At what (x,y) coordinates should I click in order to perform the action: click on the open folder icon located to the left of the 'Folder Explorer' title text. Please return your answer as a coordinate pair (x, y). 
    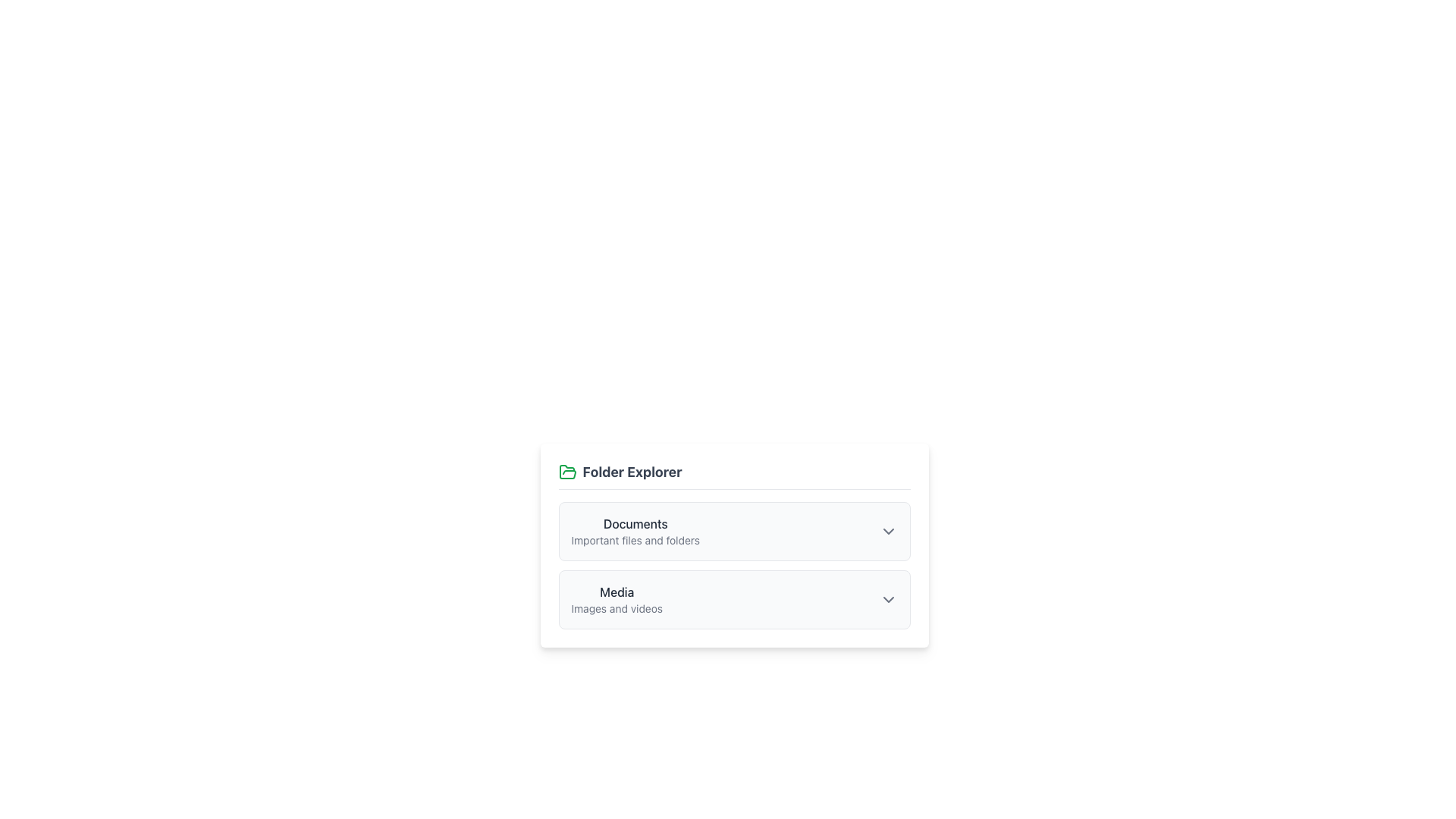
    Looking at the image, I should click on (566, 472).